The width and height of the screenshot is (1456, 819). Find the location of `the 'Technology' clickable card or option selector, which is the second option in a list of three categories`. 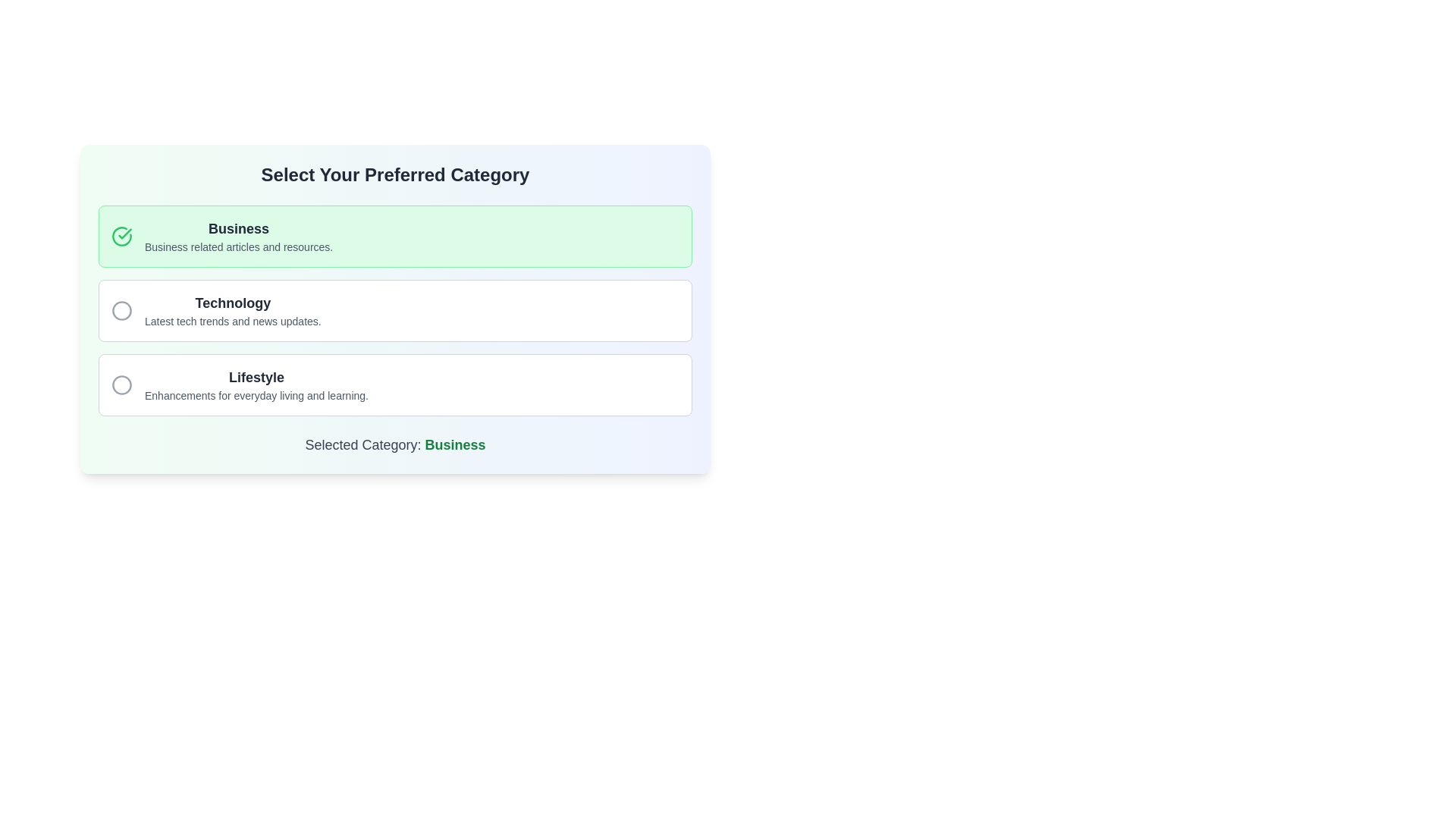

the 'Technology' clickable card or option selector, which is the second option in a list of three categories is located at coordinates (395, 309).